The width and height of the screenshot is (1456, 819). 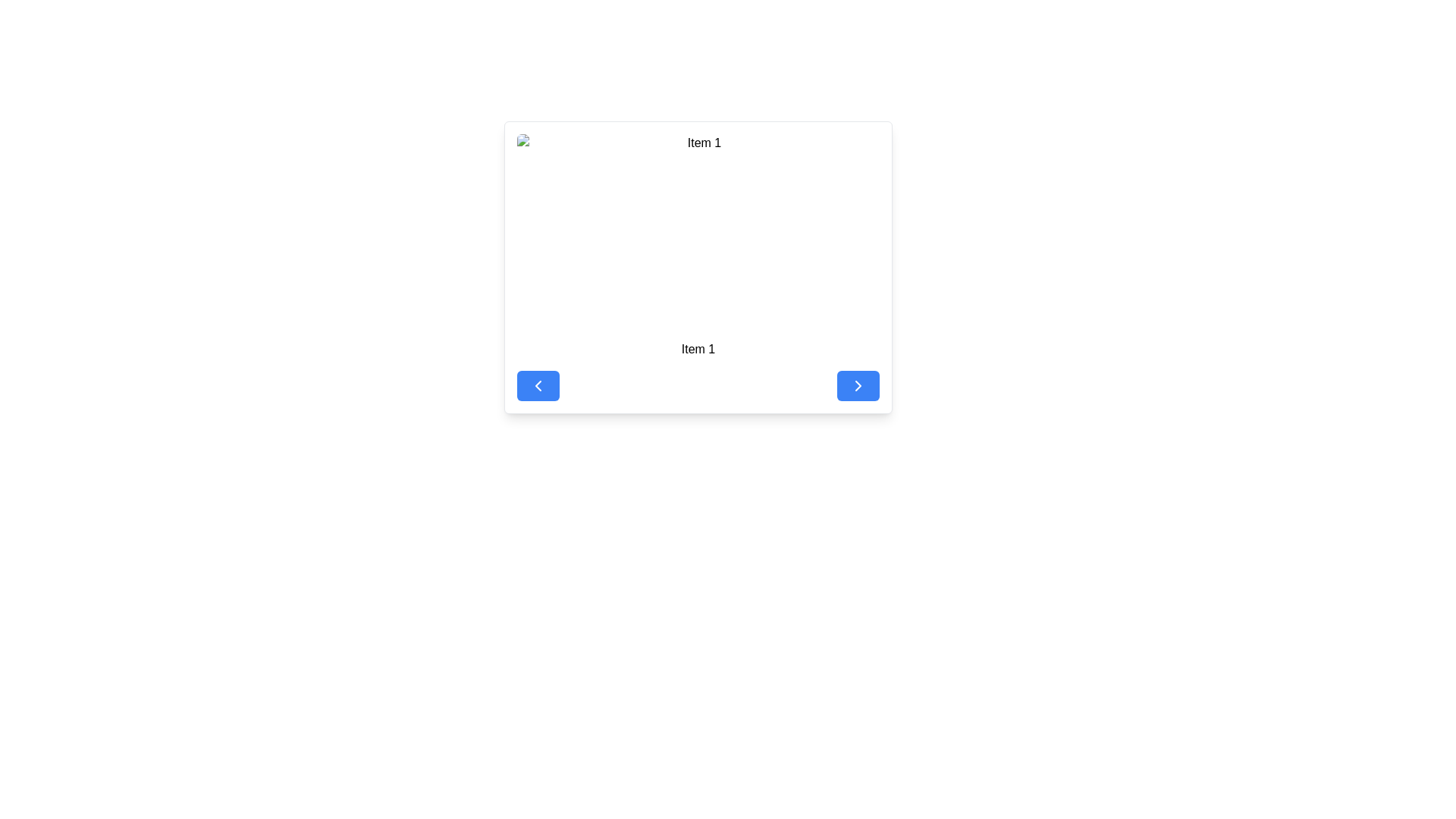 What do you see at coordinates (538, 385) in the screenshot?
I see `the chevron icon indicating a left navigation action, which is centrally aligned within a blue button box at the bottom-left corner of the layout` at bounding box center [538, 385].